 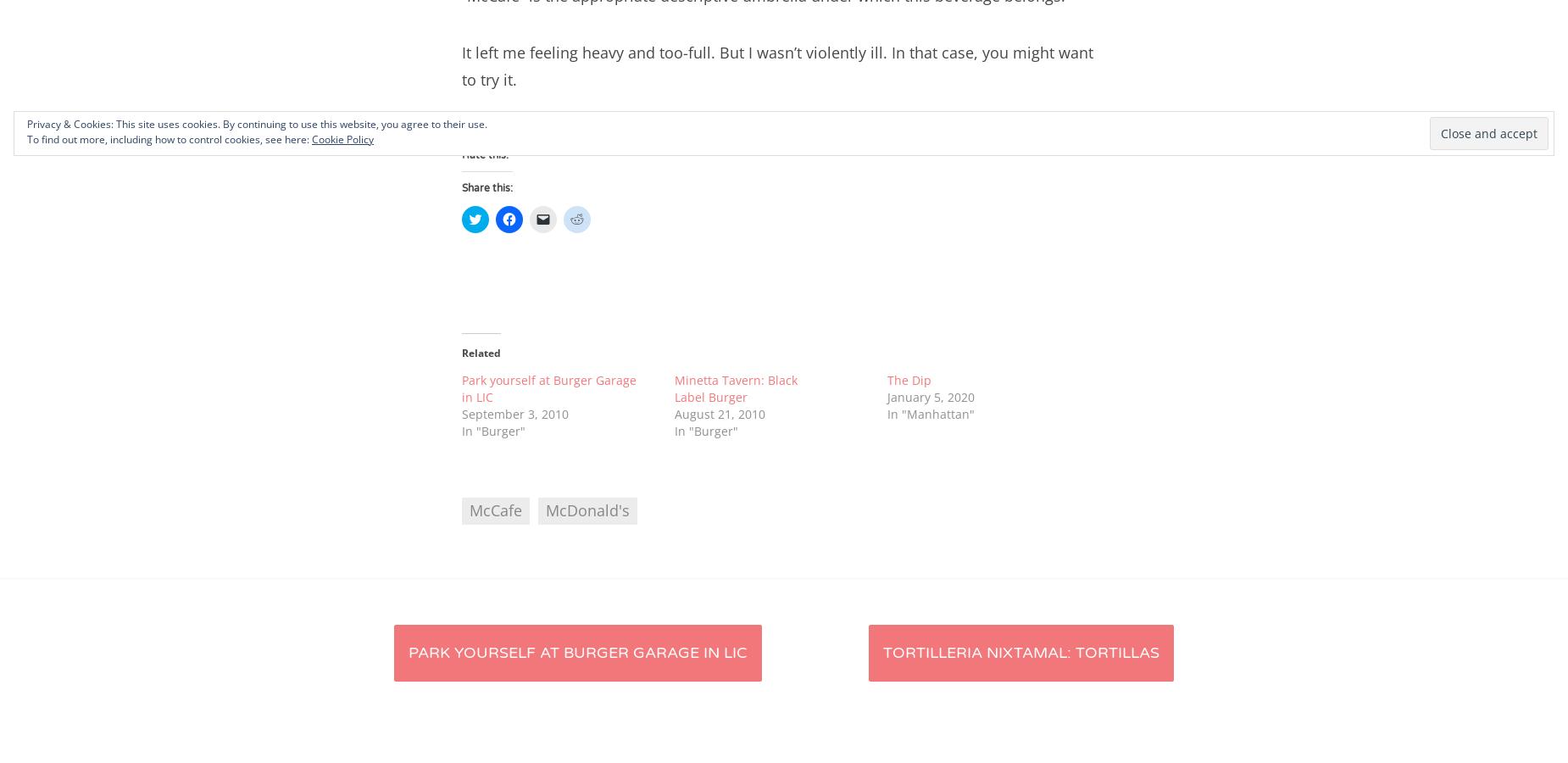 I want to click on 'McCafe', so click(x=495, y=510).